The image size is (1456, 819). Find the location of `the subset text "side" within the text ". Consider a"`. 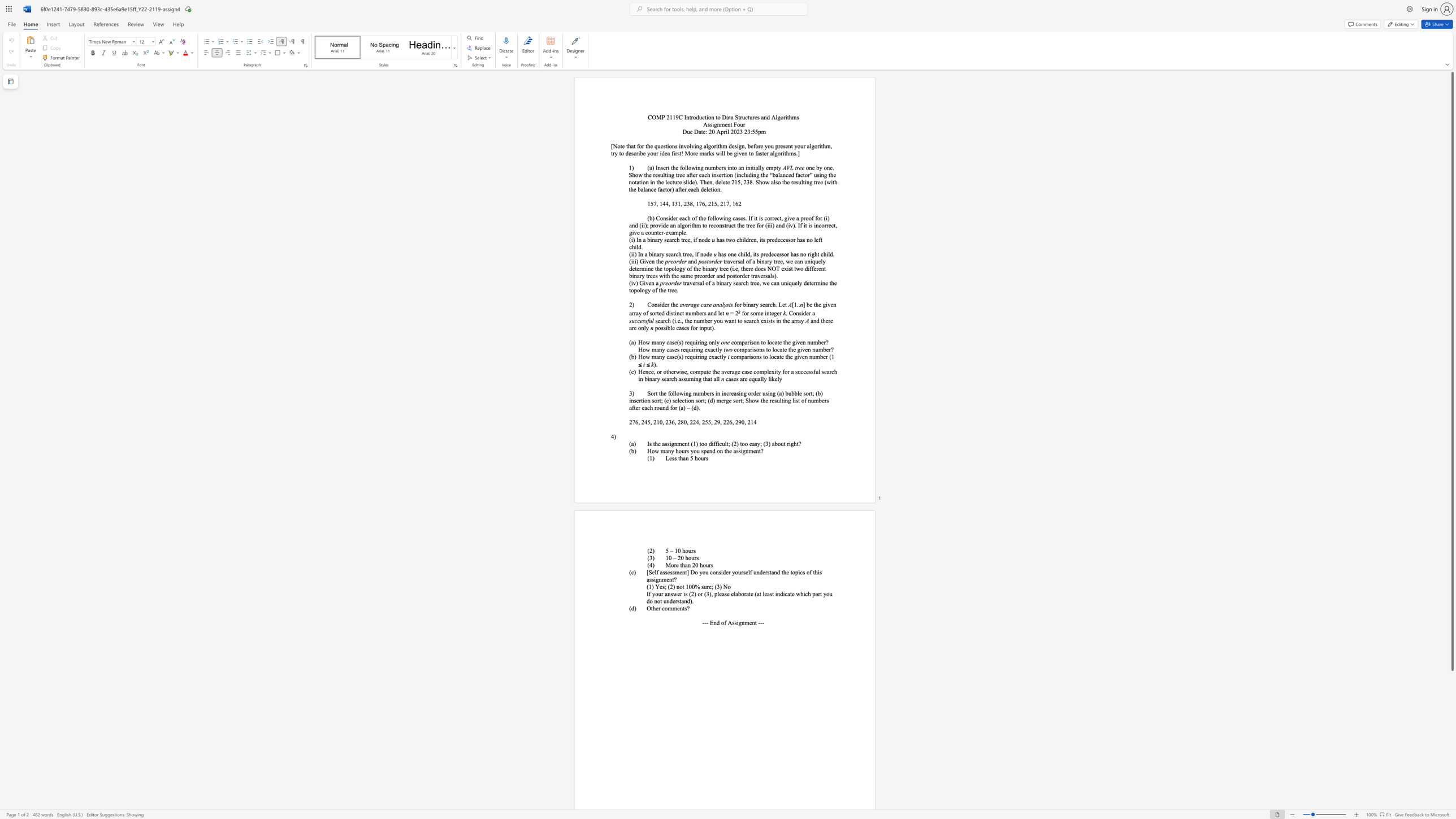

the subset text "side" within the text ". Consider a" is located at coordinates (799, 313).